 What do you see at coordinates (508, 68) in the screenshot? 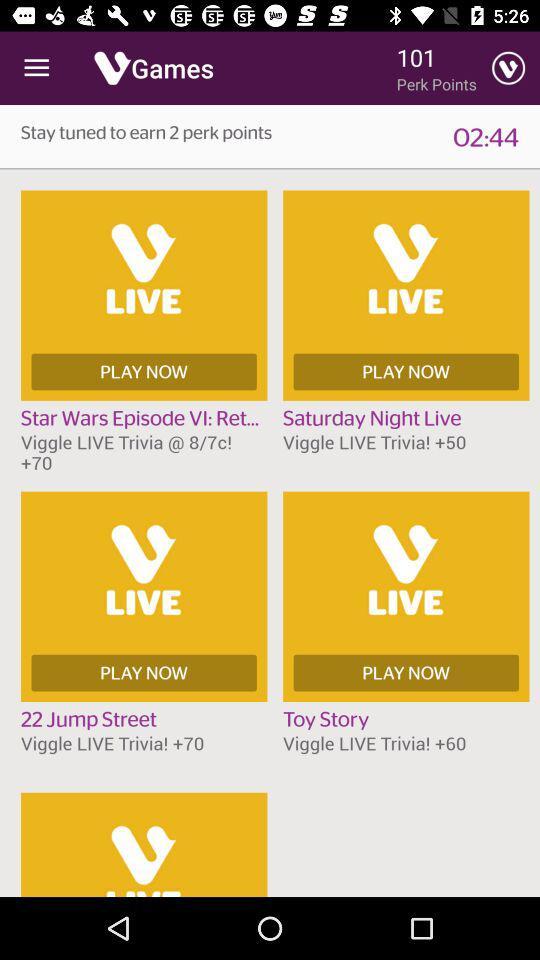
I see `icon above the 02:44 item` at bounding box center [508, 68].